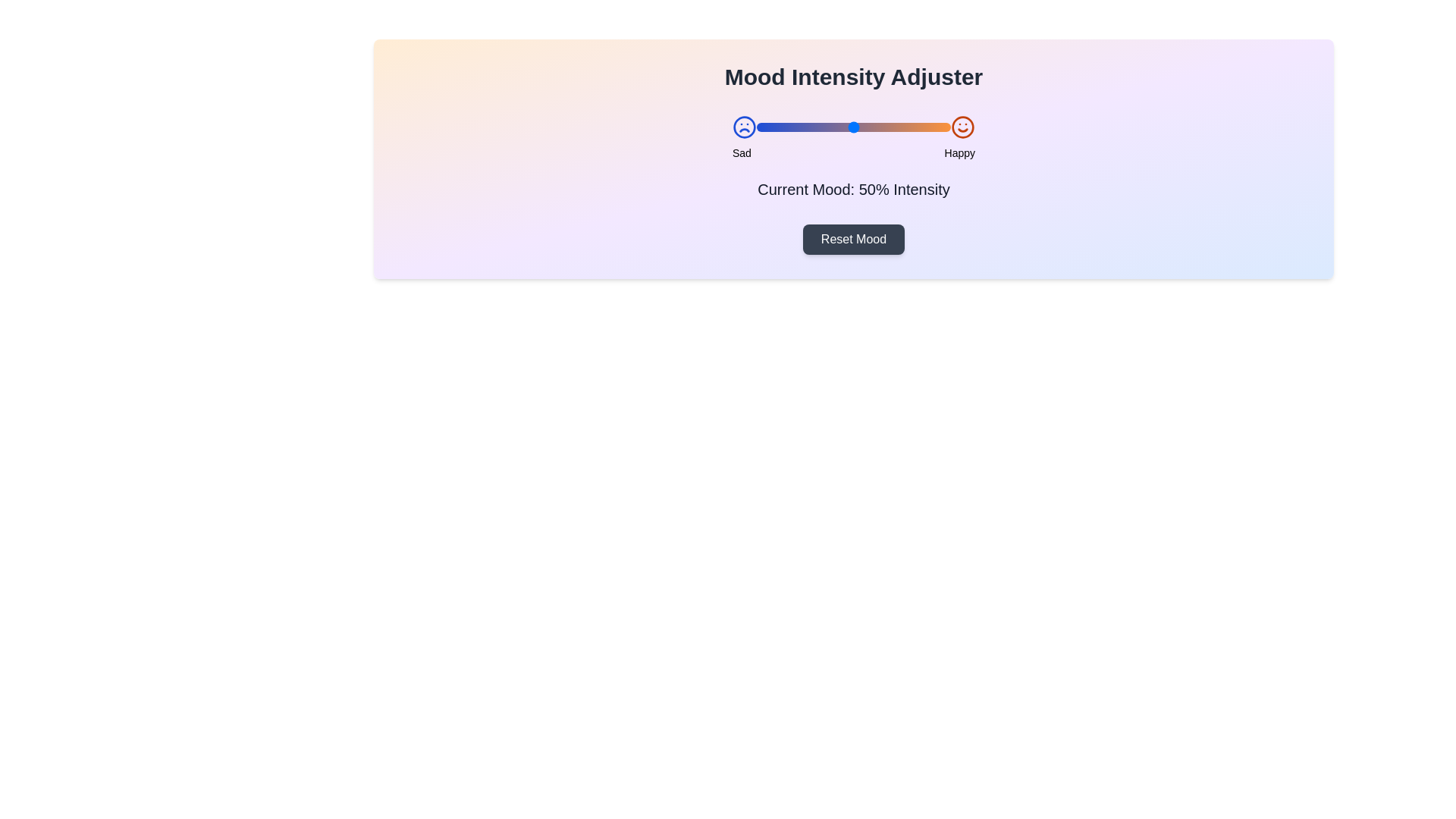 Image resolution: width=1456 pixels, height=819 pixels. Describe the element at coordinates (854, 239) in the screenshot. I see `the 'Reset Mood' button to reset the mood to 50%` at that location.